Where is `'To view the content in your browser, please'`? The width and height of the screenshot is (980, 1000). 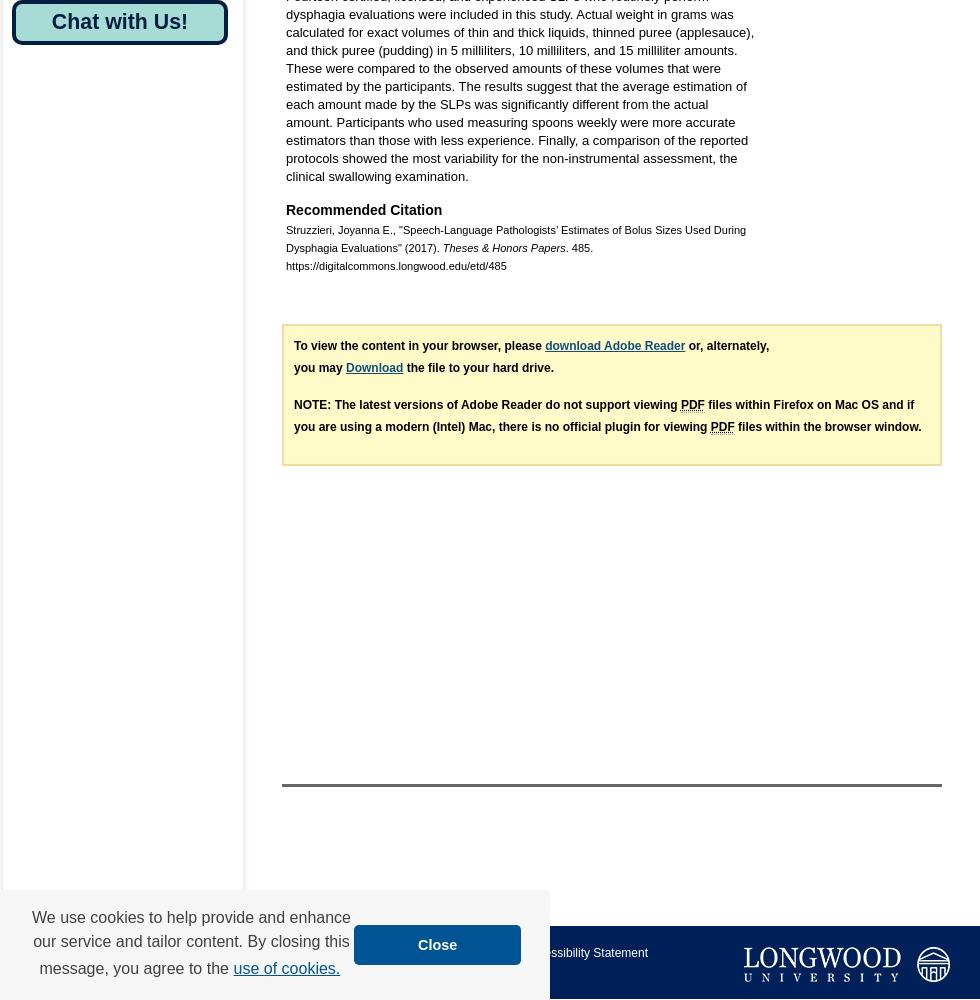
'To view the content in your browser, please' is located at coordinates (294, 344).